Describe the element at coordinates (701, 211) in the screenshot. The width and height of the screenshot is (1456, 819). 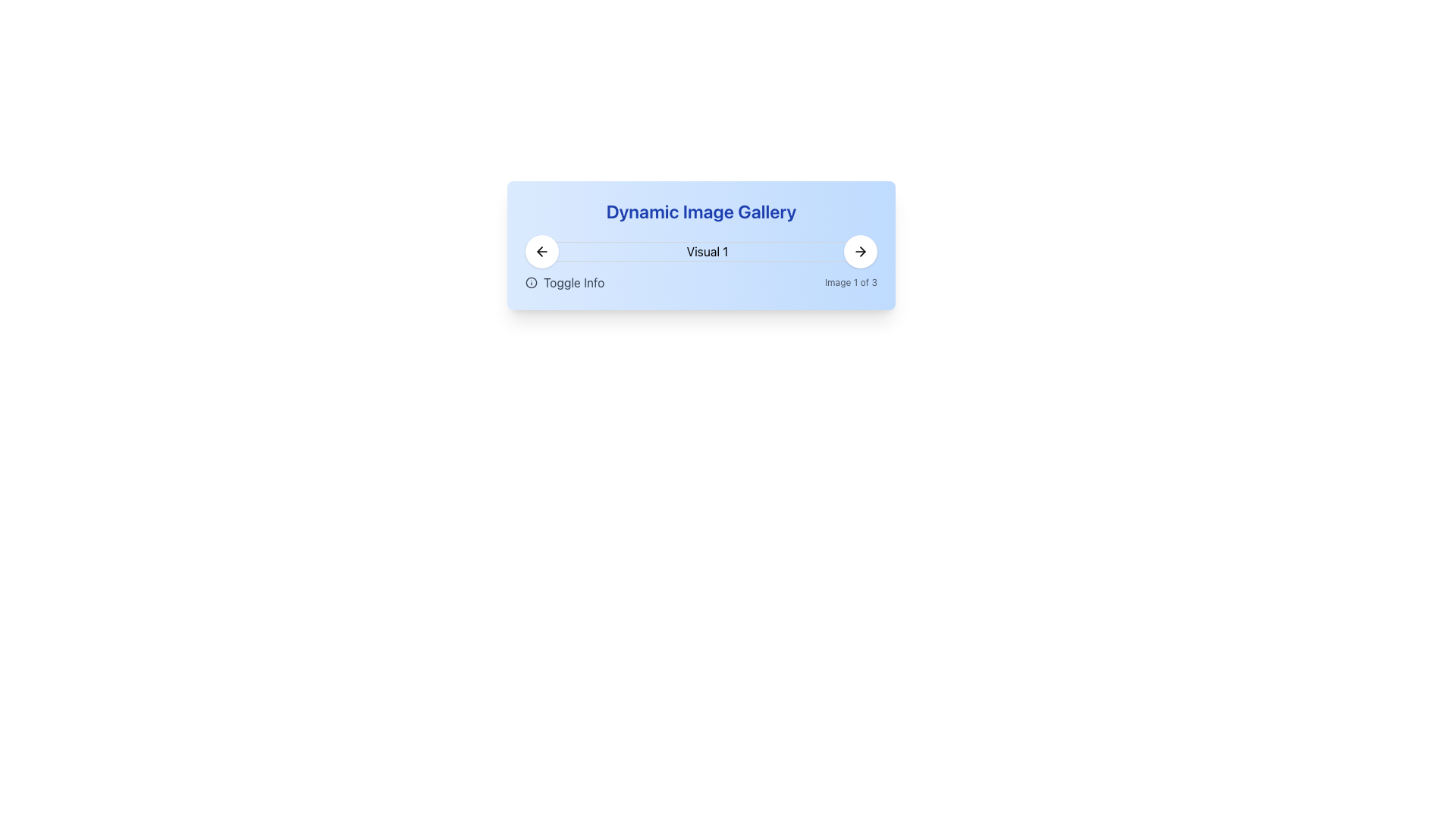
I see `the Text Label displaying 'Dynamic Image Gallery' which is positioned at the top of a rounded gradient background card` at that location.